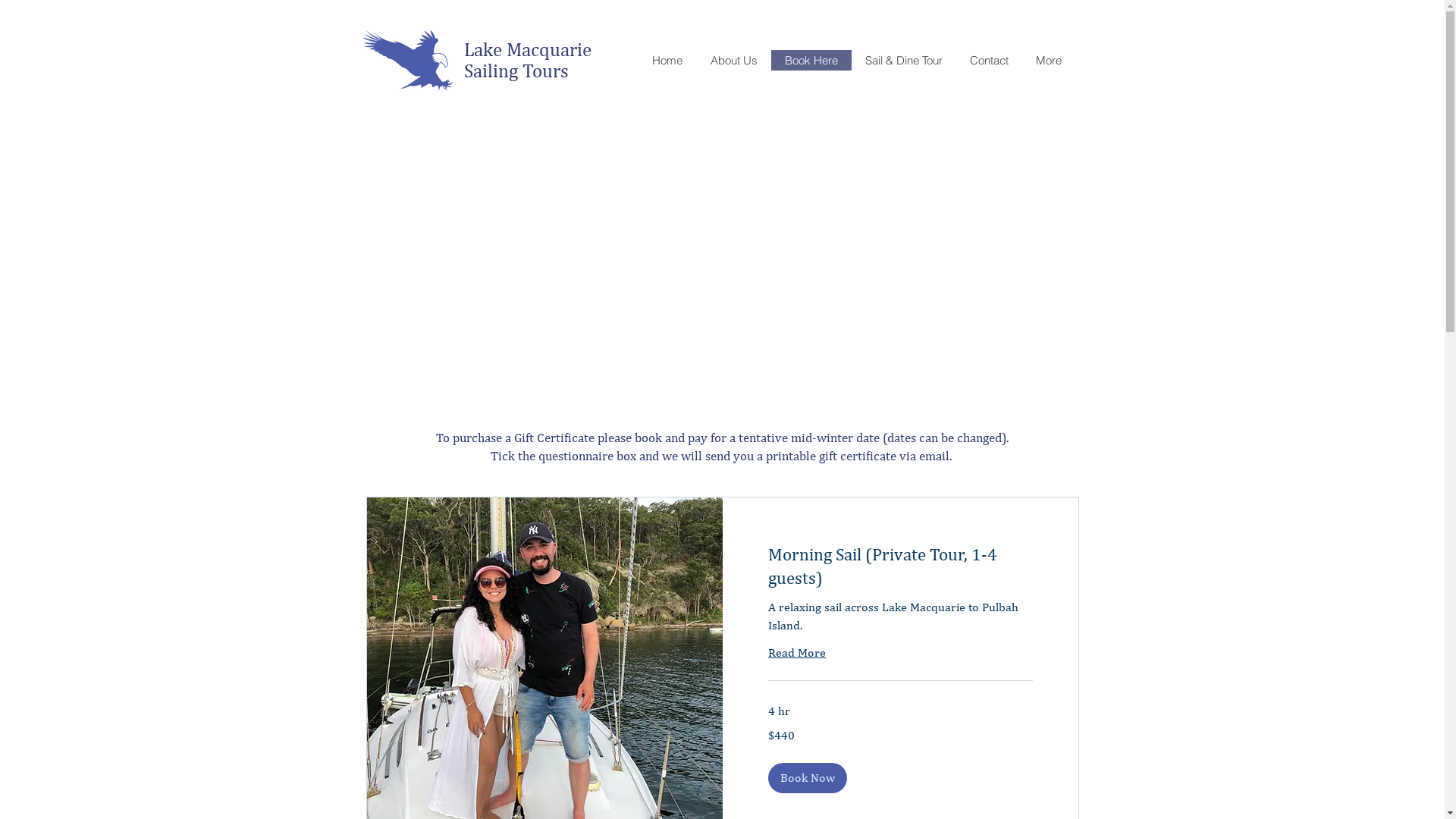 Image resolution: width=1456 pixels, height=819 pixels. What do you see at coordinates (806, 778) in the screenshot?
I see `'Book Now'` at bounding box center [806, 778].